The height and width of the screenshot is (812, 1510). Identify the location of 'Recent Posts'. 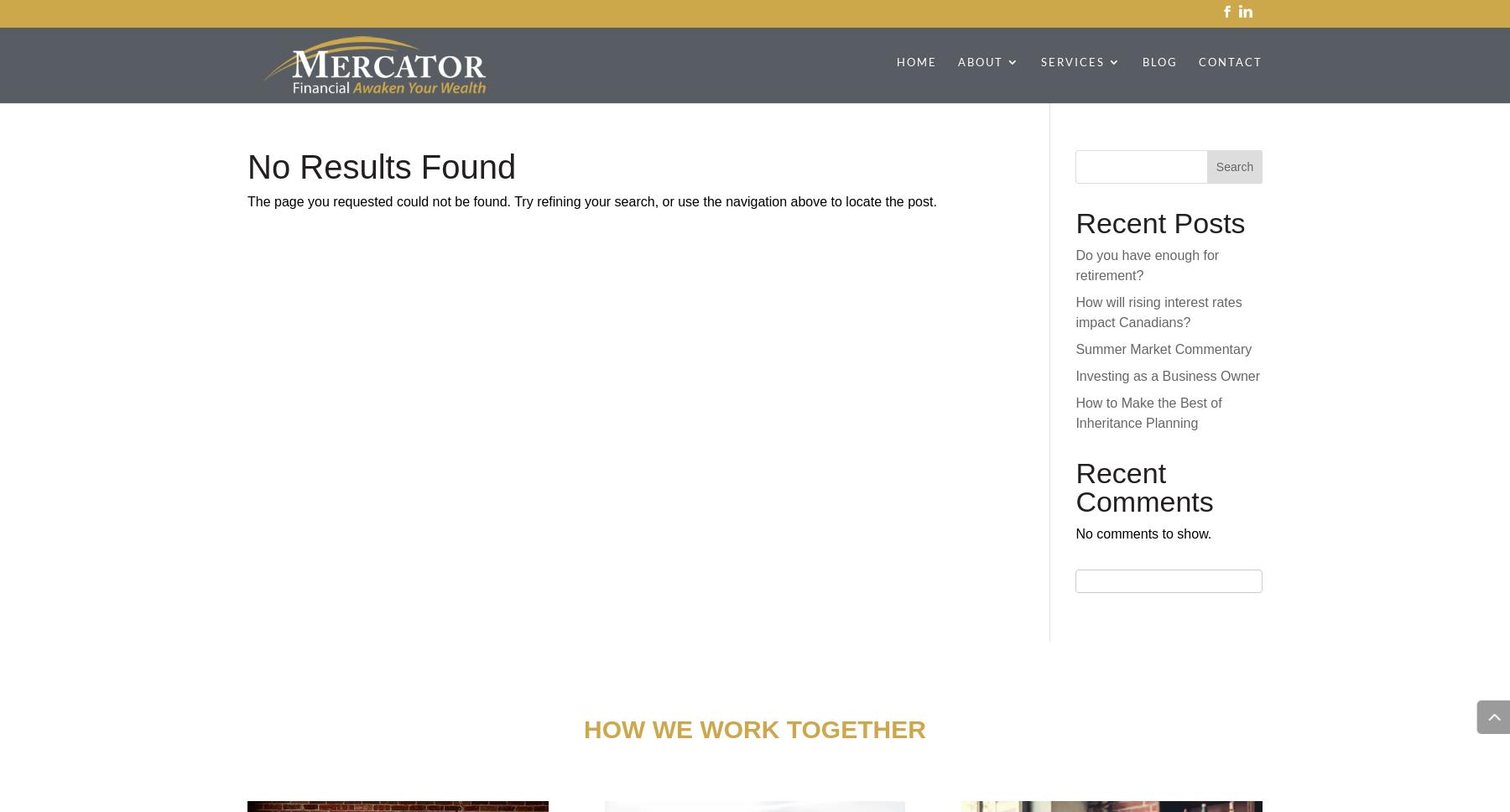
(1075, 223).